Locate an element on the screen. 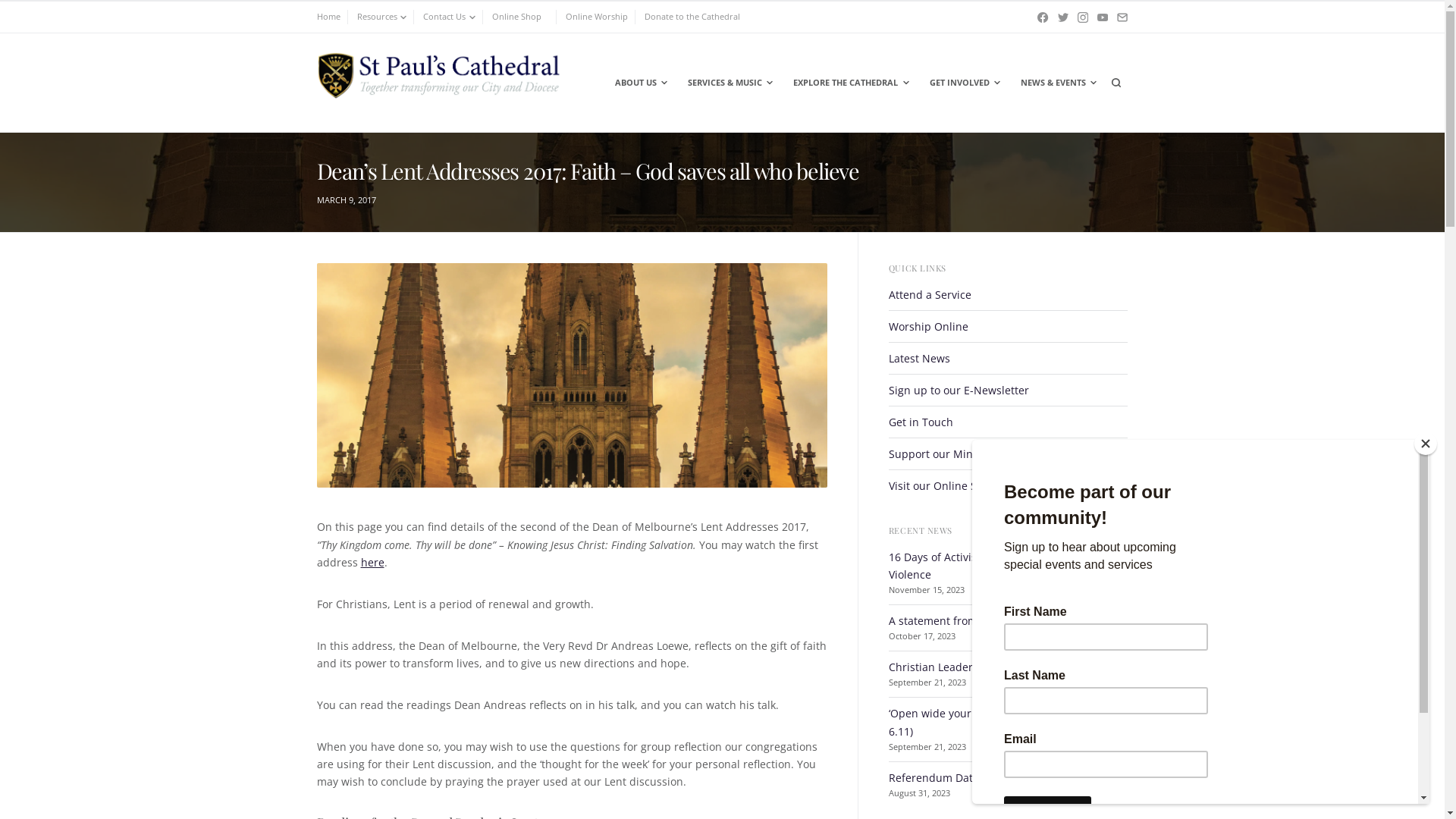 This screenshot has height=819, width=1456. 'Resources' is located at coordinates (381, 17).